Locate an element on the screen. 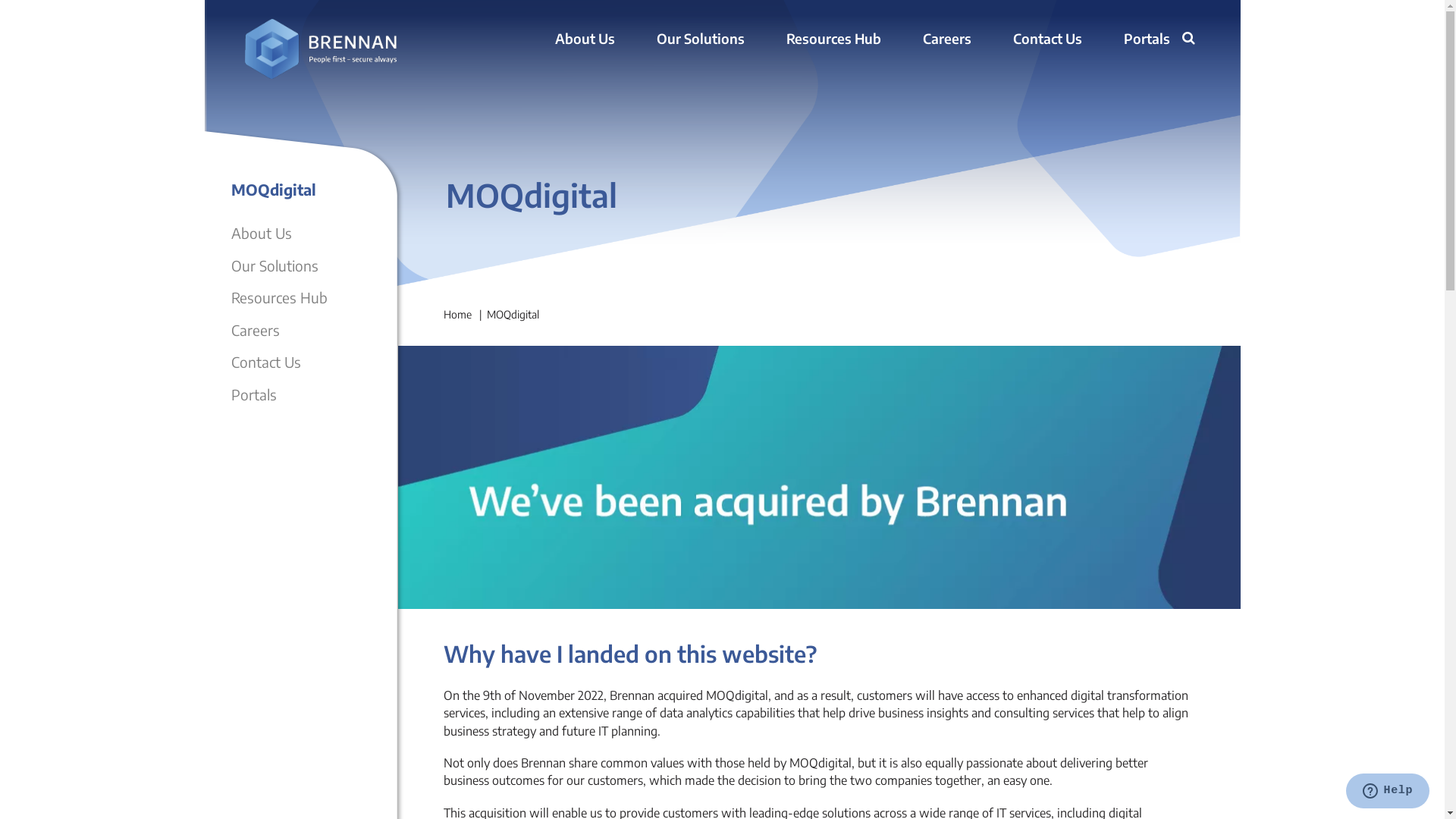  'Our Solutions' is located at coordinates (656, 39).